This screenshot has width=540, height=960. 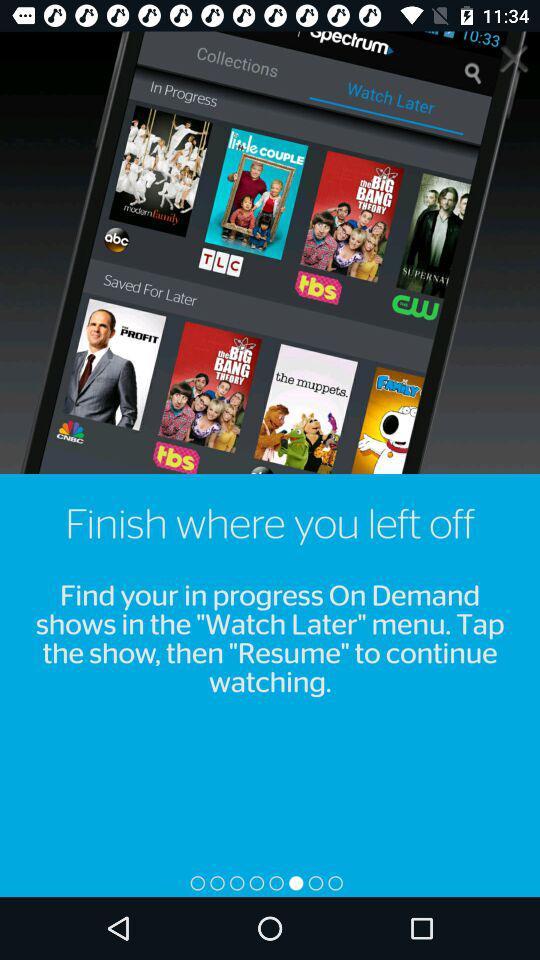 I want to click on it, so click(x=513, y=56).